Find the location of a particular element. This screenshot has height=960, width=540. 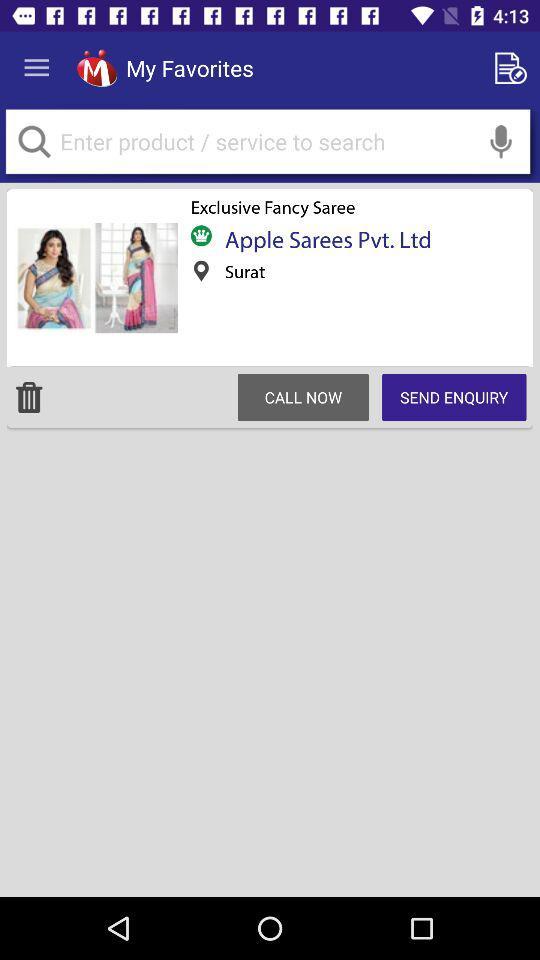

delete product is located at coordinates (28, 396).